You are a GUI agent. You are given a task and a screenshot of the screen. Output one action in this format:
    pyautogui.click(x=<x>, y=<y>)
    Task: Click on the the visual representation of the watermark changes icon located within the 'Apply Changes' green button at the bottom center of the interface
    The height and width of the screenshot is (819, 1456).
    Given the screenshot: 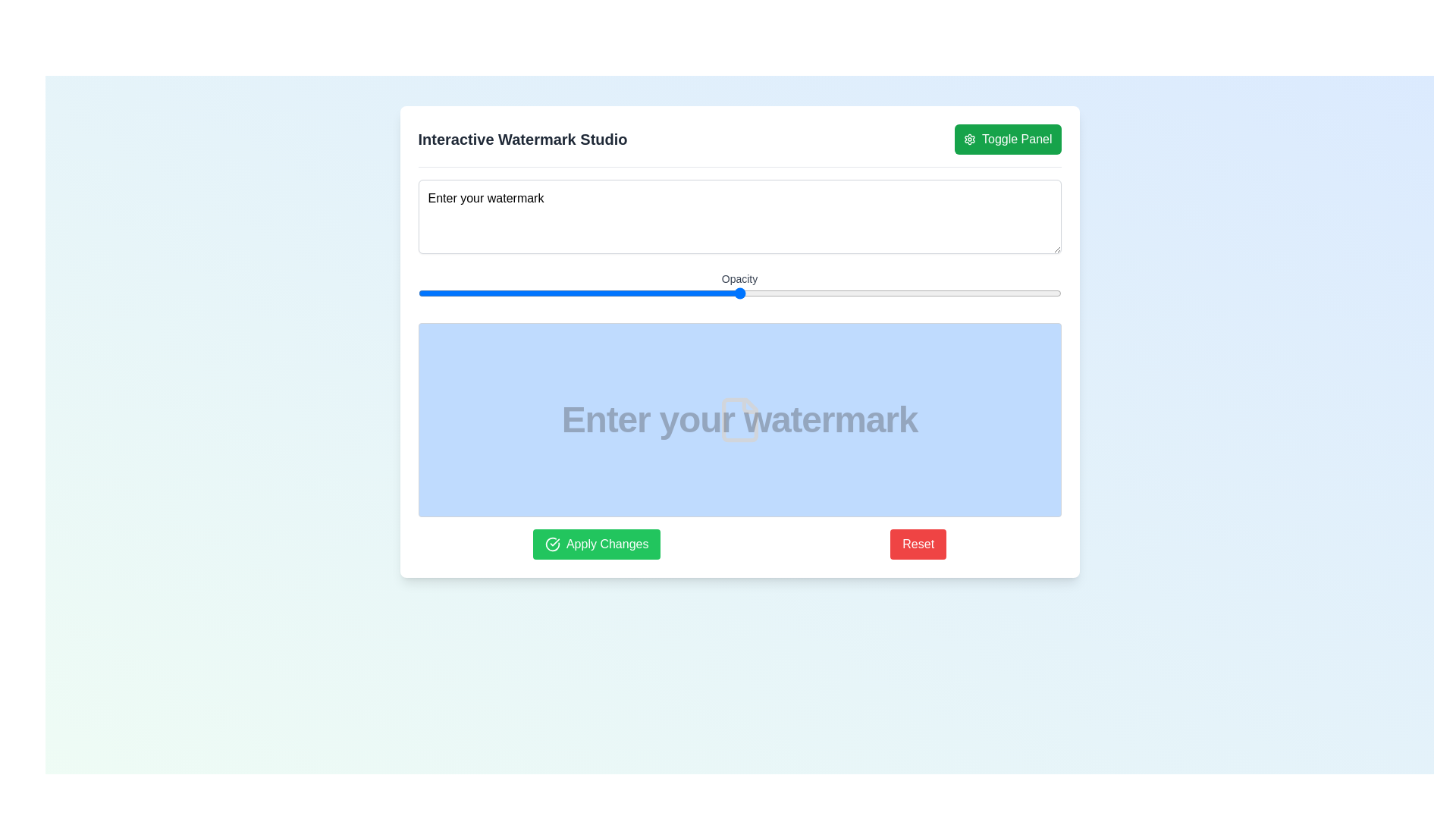 What is the action you would take?
    pyautogui.click(x=551, y=543)
    